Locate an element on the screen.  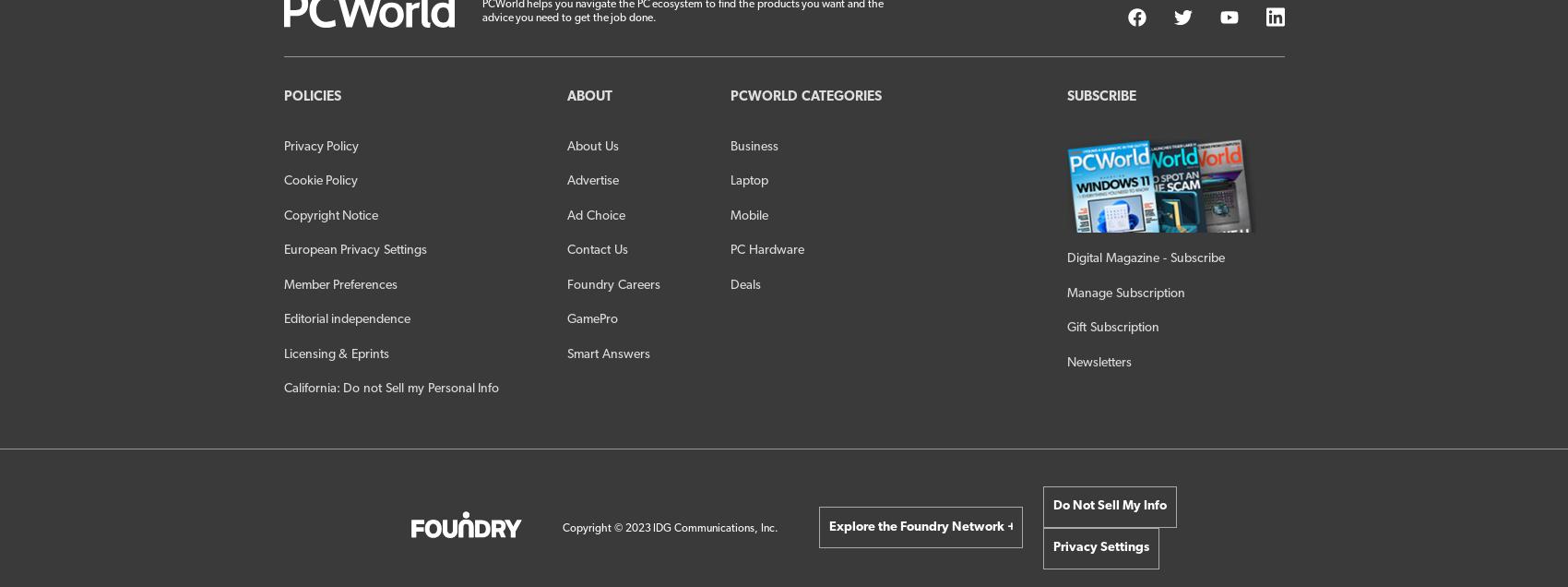
'Privacy Policy' is located at coordinates (319, 145).